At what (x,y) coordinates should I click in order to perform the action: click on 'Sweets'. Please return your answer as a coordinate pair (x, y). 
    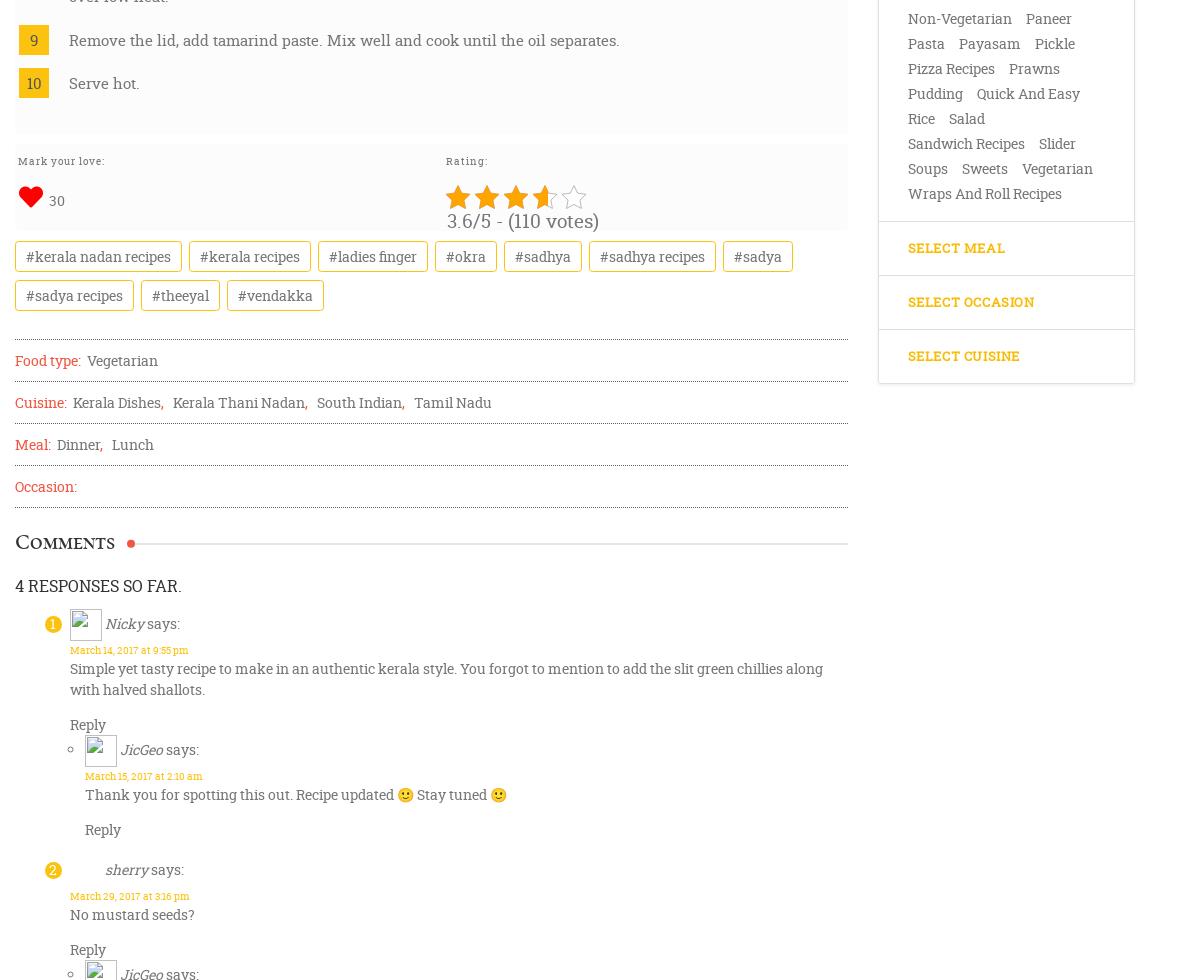
    Looking at the image, I should click on (983, 168).